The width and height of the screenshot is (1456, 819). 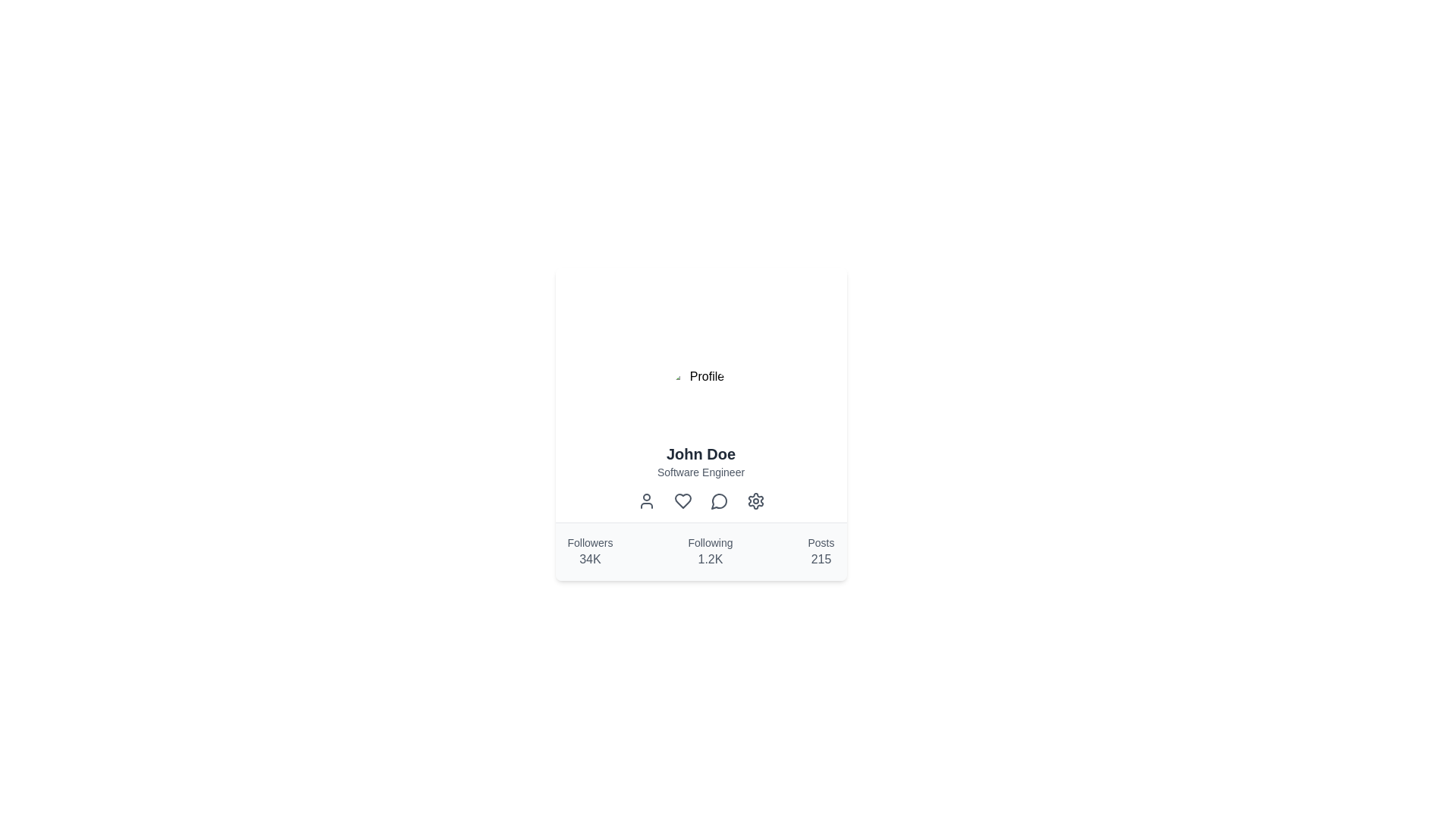 What do you see at coordinates (755, 500) in the screenshot?
I see `the settings button located at the end of the row of interactive icons beneath the profile section to change its color to green` at bounding box center [755, 500].